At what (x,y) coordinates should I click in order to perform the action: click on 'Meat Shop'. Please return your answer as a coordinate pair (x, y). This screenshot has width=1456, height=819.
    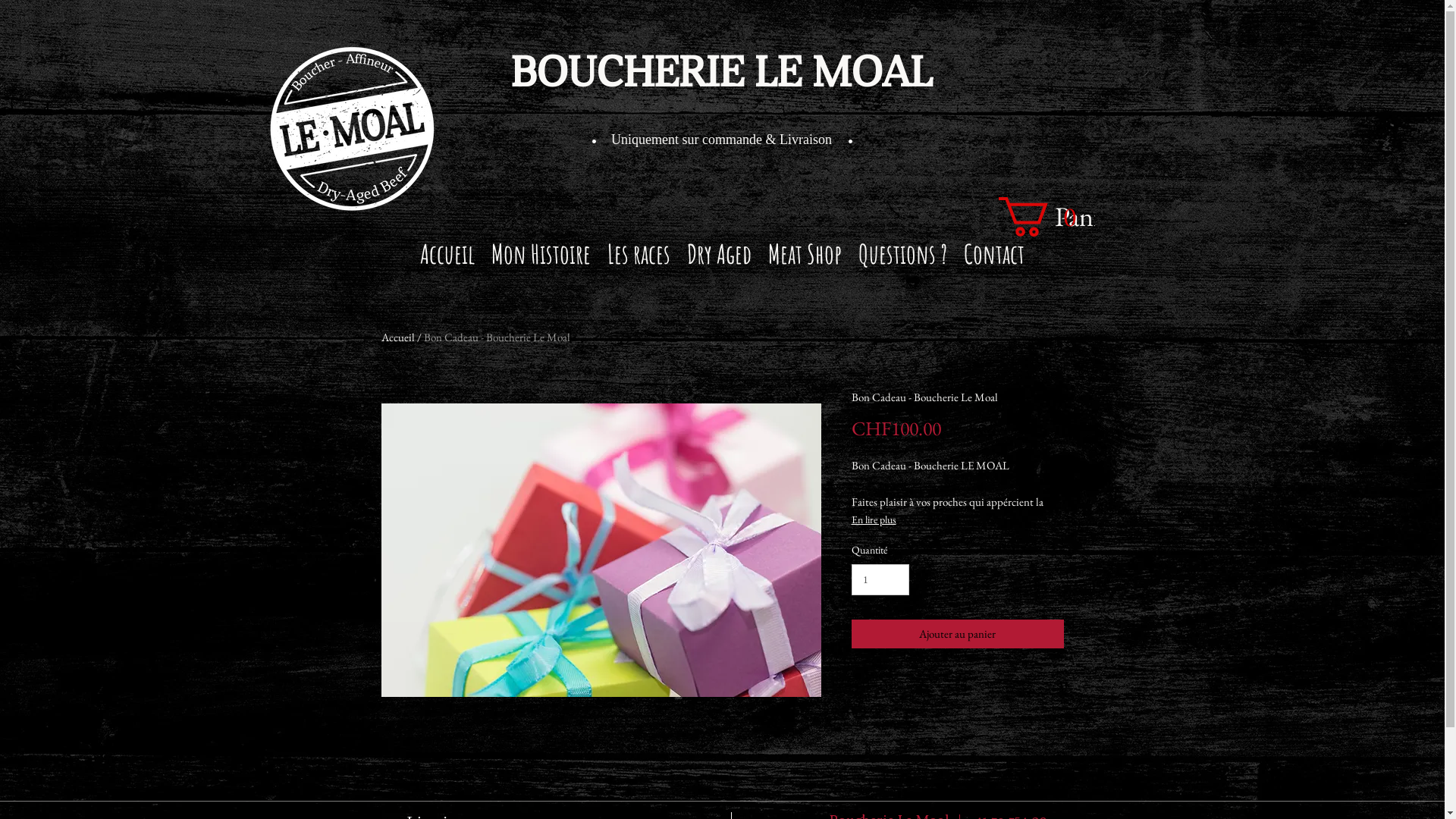
    Looking at the image, I should click on (804, 258).